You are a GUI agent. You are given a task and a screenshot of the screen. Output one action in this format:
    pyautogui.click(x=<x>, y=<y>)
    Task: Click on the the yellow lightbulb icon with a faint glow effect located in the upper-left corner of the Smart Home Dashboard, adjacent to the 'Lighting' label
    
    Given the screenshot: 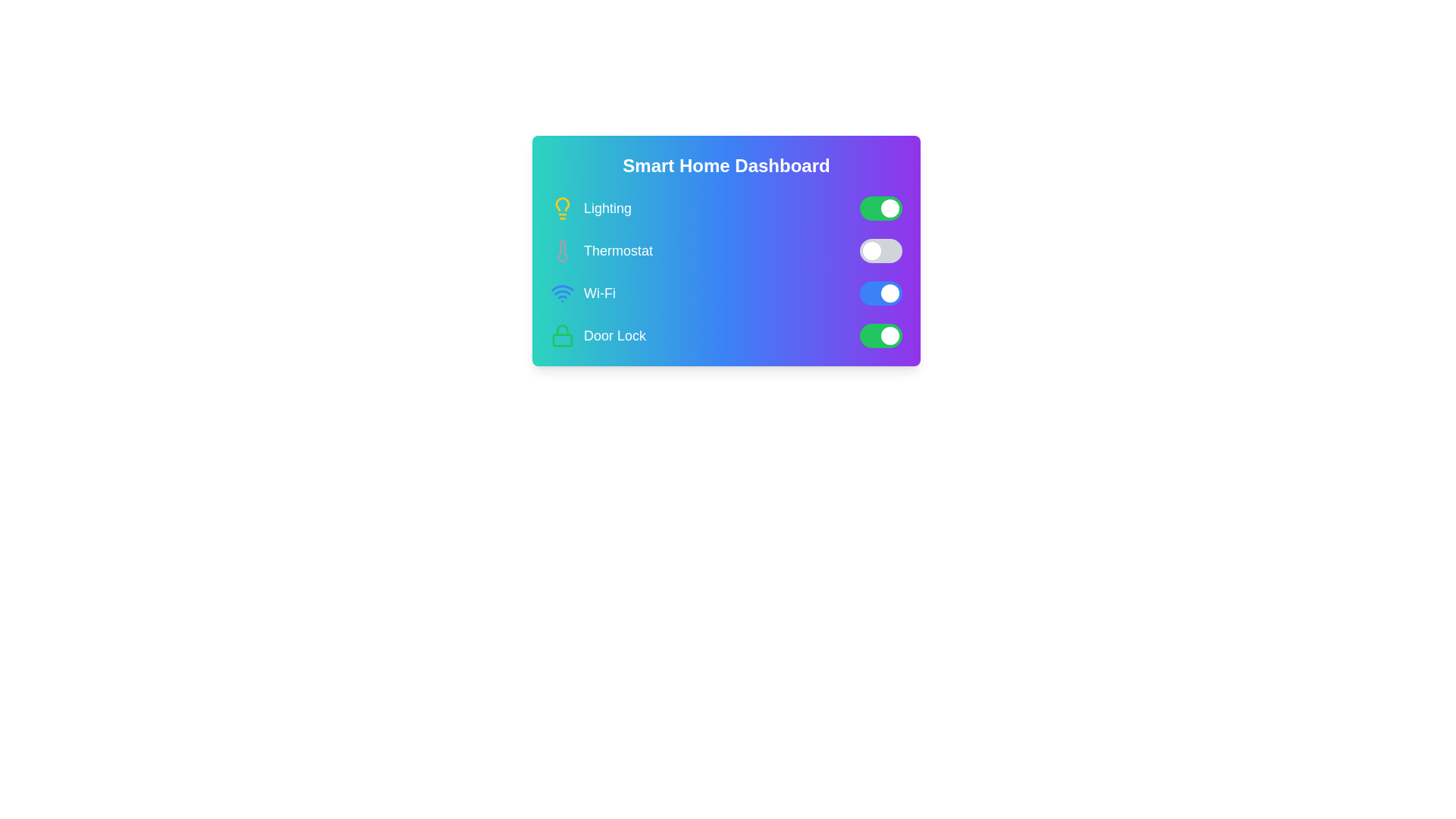 What is the action you would take?
    pyautogui.click(x=562, y=203)
    